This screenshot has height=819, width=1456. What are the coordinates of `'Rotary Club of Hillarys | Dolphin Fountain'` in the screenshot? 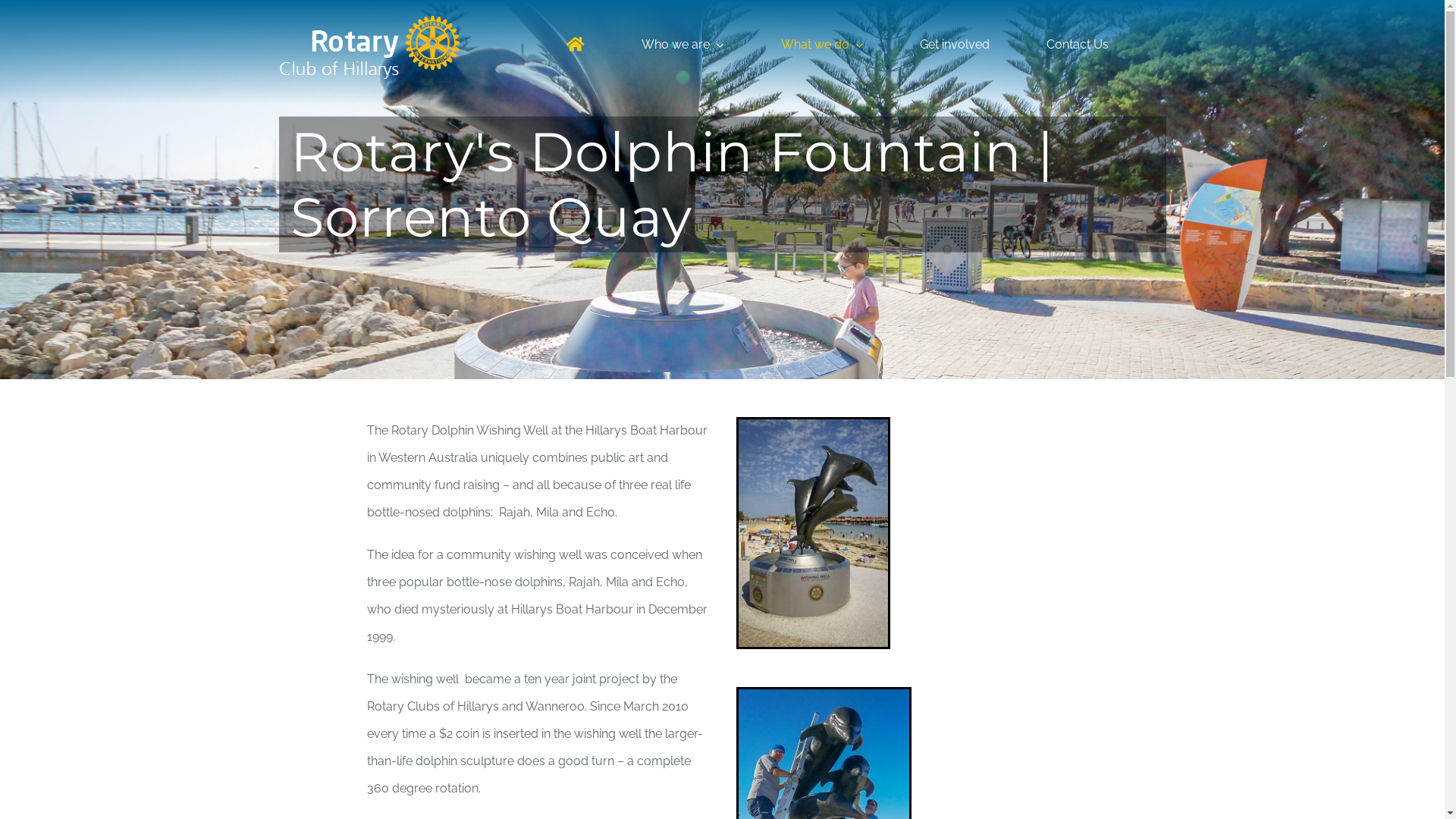 It's located at (812, 532).